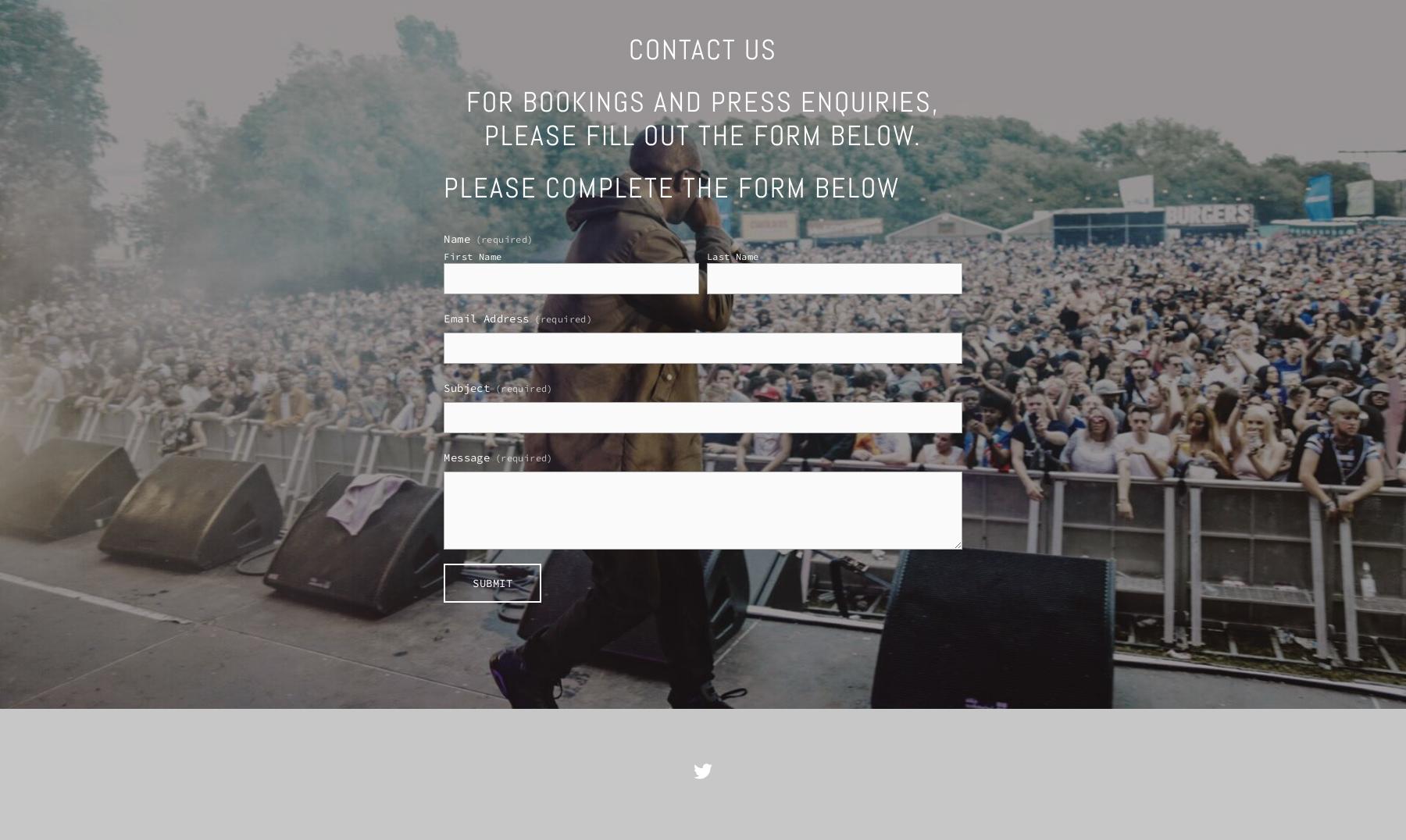 The height and width of the screenshot is (840, 1406). I want to click on 'For bookings and press enquiries, please fill out the form below.', so click(701, 119).